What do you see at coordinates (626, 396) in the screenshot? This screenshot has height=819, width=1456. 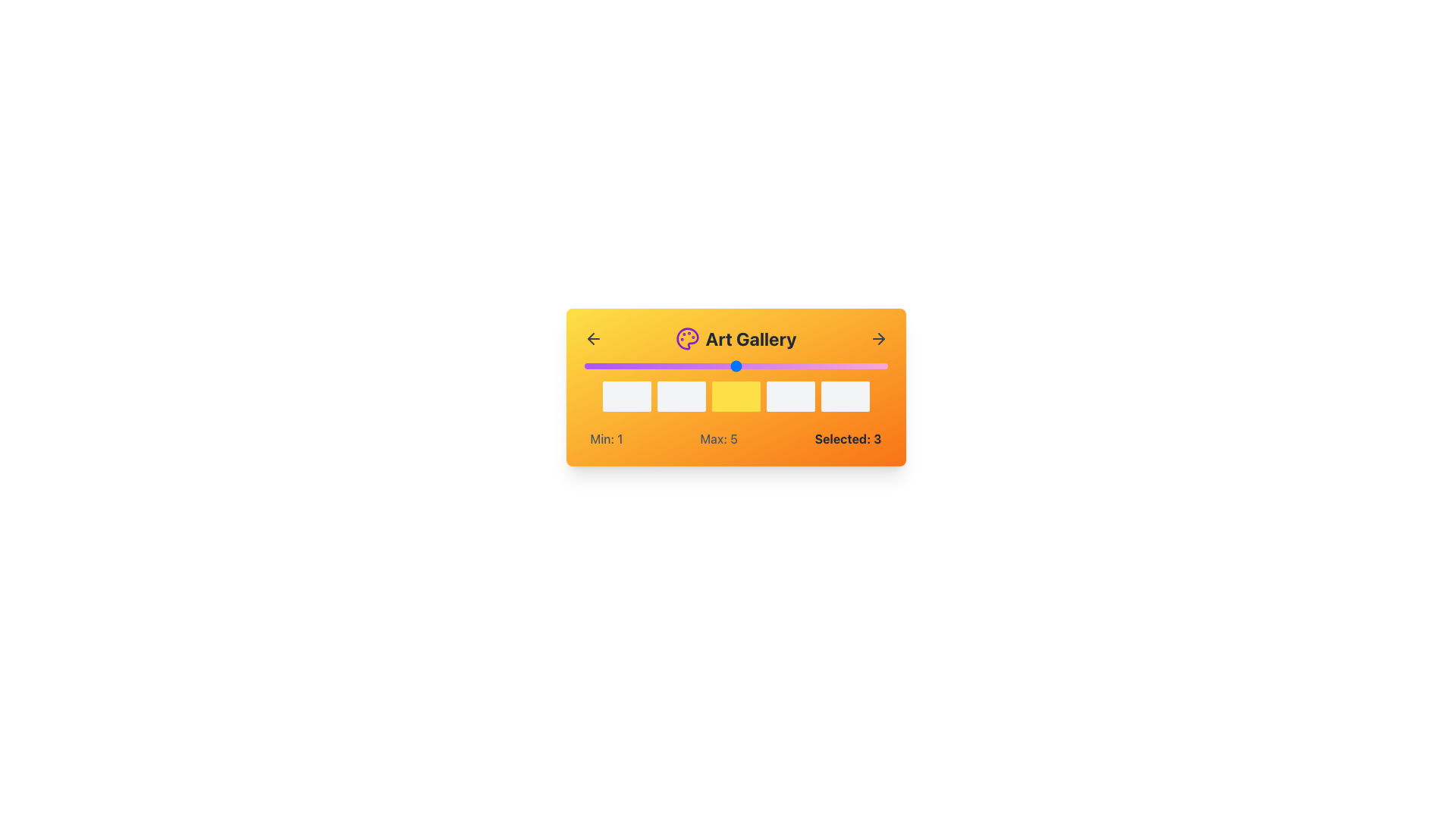 I see `the first light gray rectangular block located below the 'Art Gallery' section` at bounding box center [626, 396].